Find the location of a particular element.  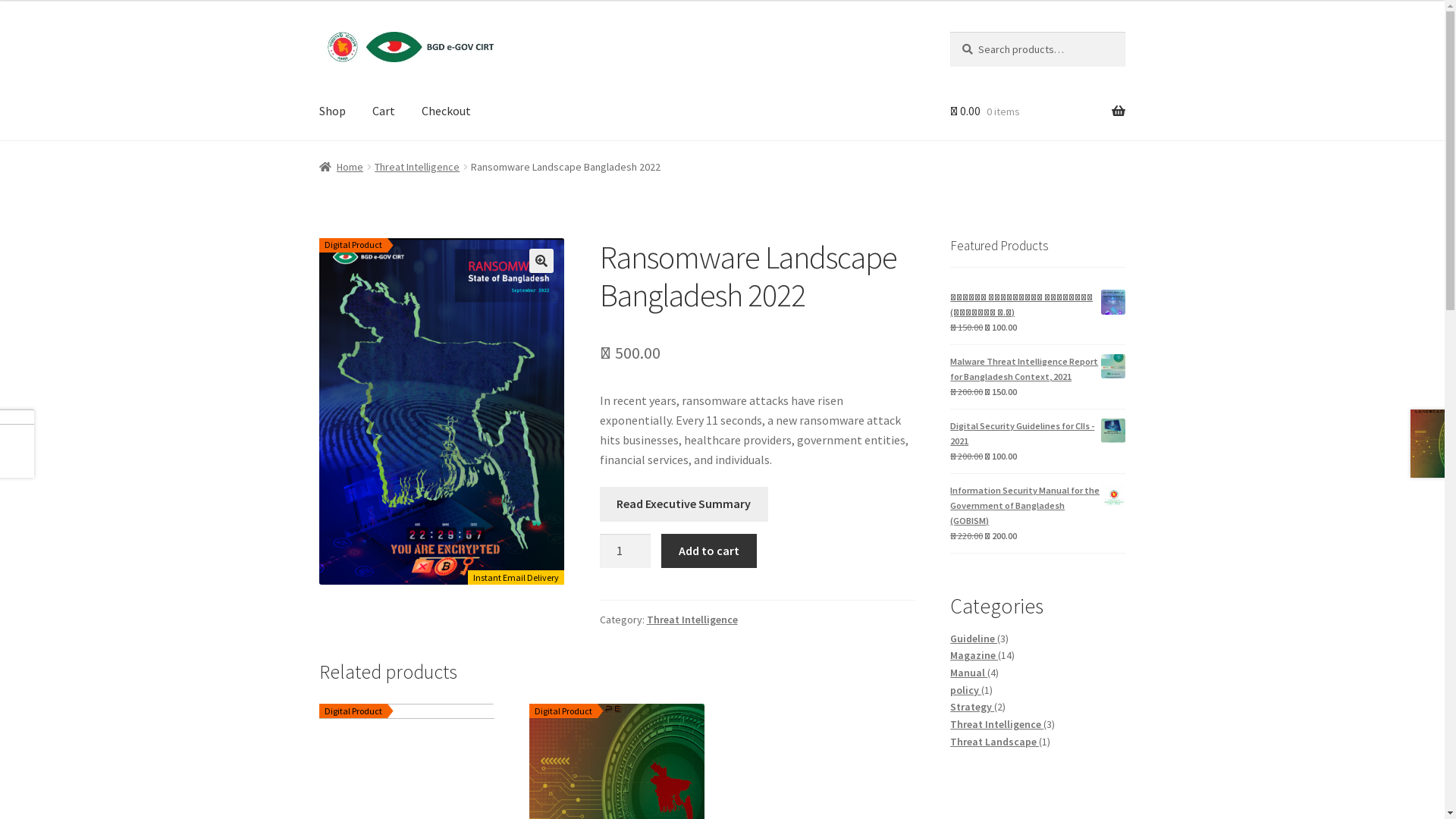

'Threat Intelligence' is located at coordinates (996, 723).